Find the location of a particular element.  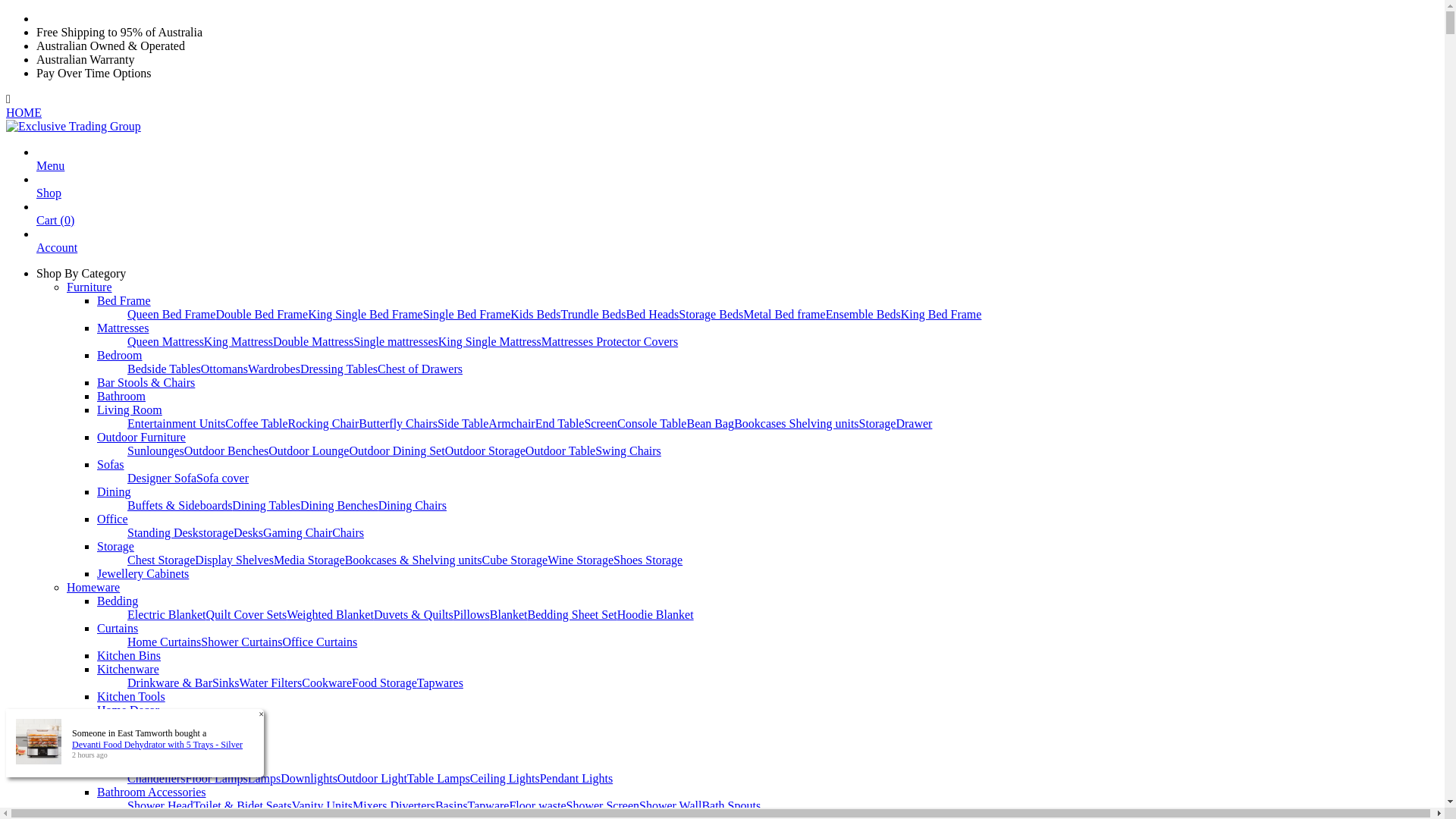

'Screen' is located at coordinates (582, 423).